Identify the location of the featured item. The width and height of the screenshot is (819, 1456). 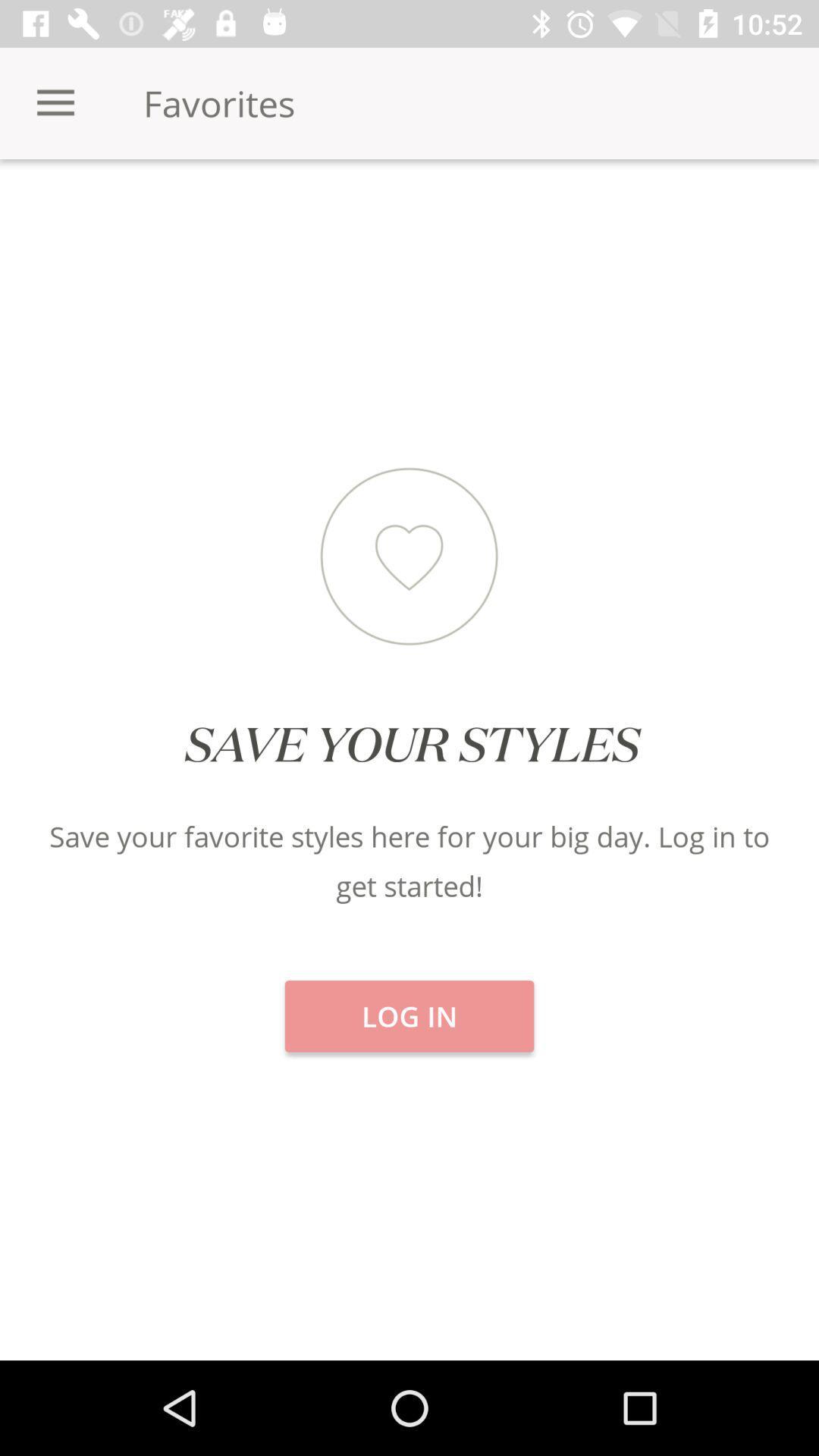
(409, 212).